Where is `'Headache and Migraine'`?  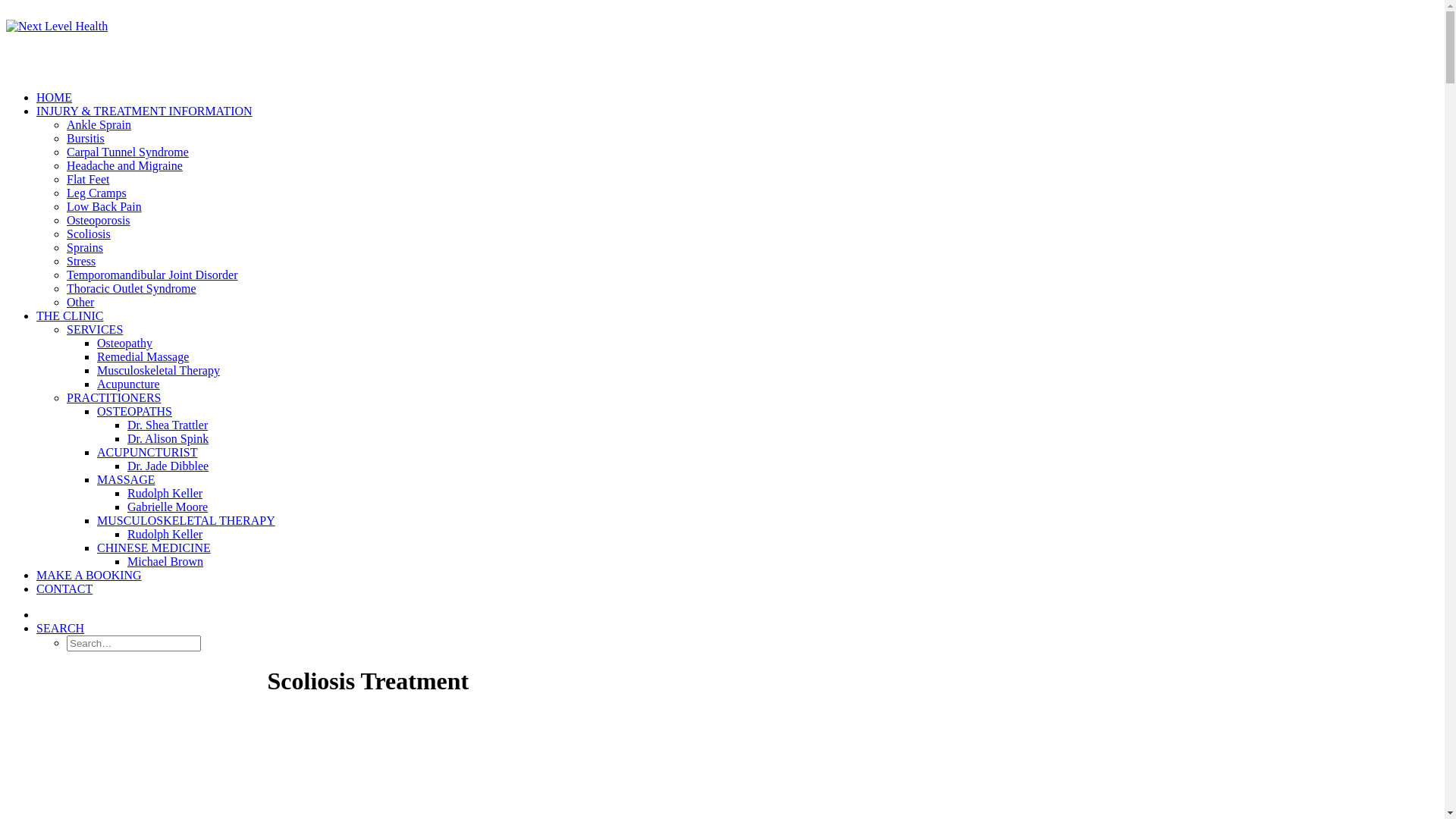
'Headache and Migraine' is located at coordinates (124, 165).